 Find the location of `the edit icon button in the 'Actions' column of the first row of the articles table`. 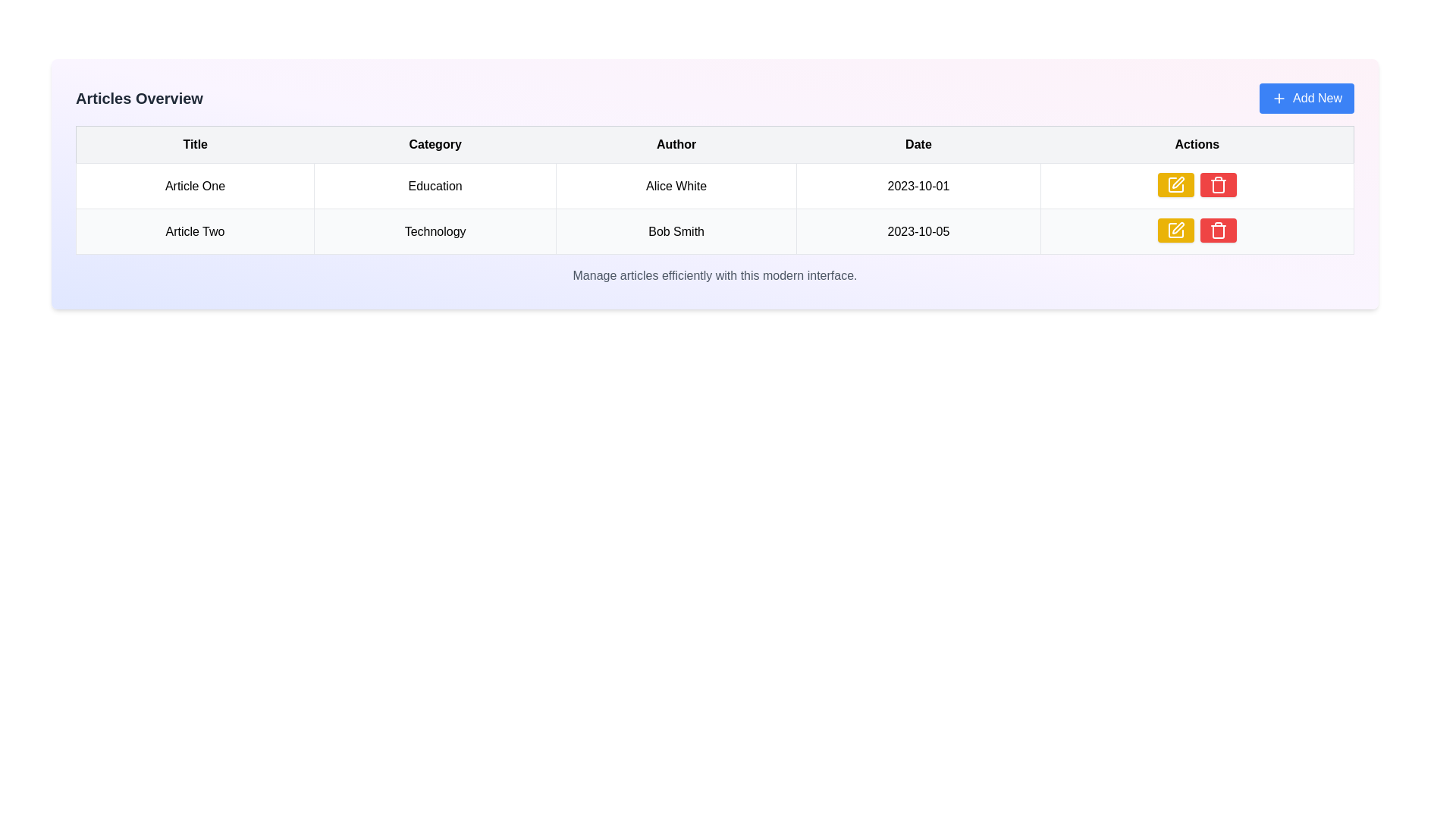

the edit icon button in the 'Actions' column of the first row of the articles table is located at coordinates (1175, 231).